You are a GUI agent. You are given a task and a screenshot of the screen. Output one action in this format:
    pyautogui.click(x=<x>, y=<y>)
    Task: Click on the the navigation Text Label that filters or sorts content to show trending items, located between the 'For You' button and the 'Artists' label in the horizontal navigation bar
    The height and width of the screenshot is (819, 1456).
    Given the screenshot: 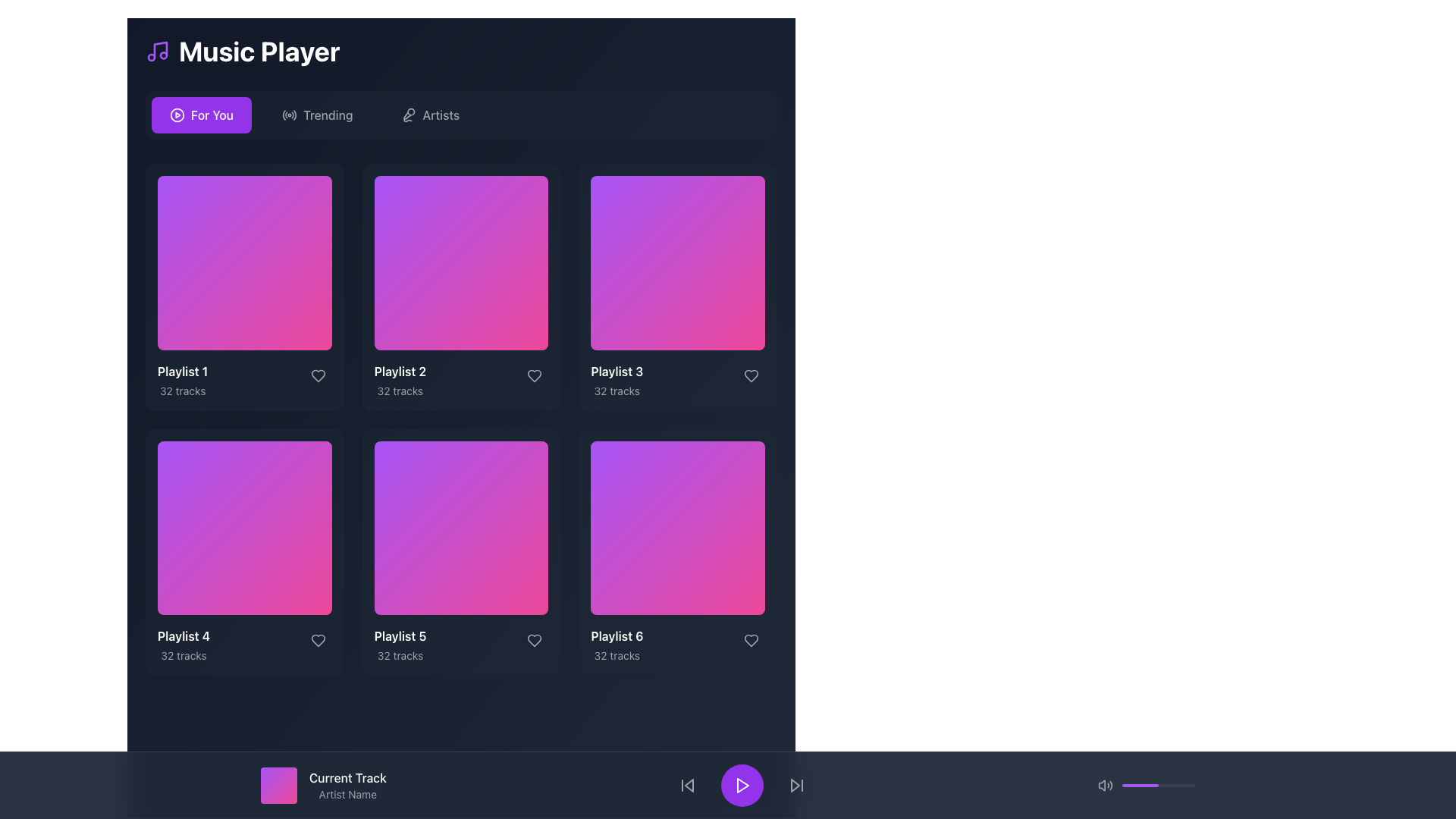 What is the action you would take?
    pyautogui.click(x=327, y=114)
    